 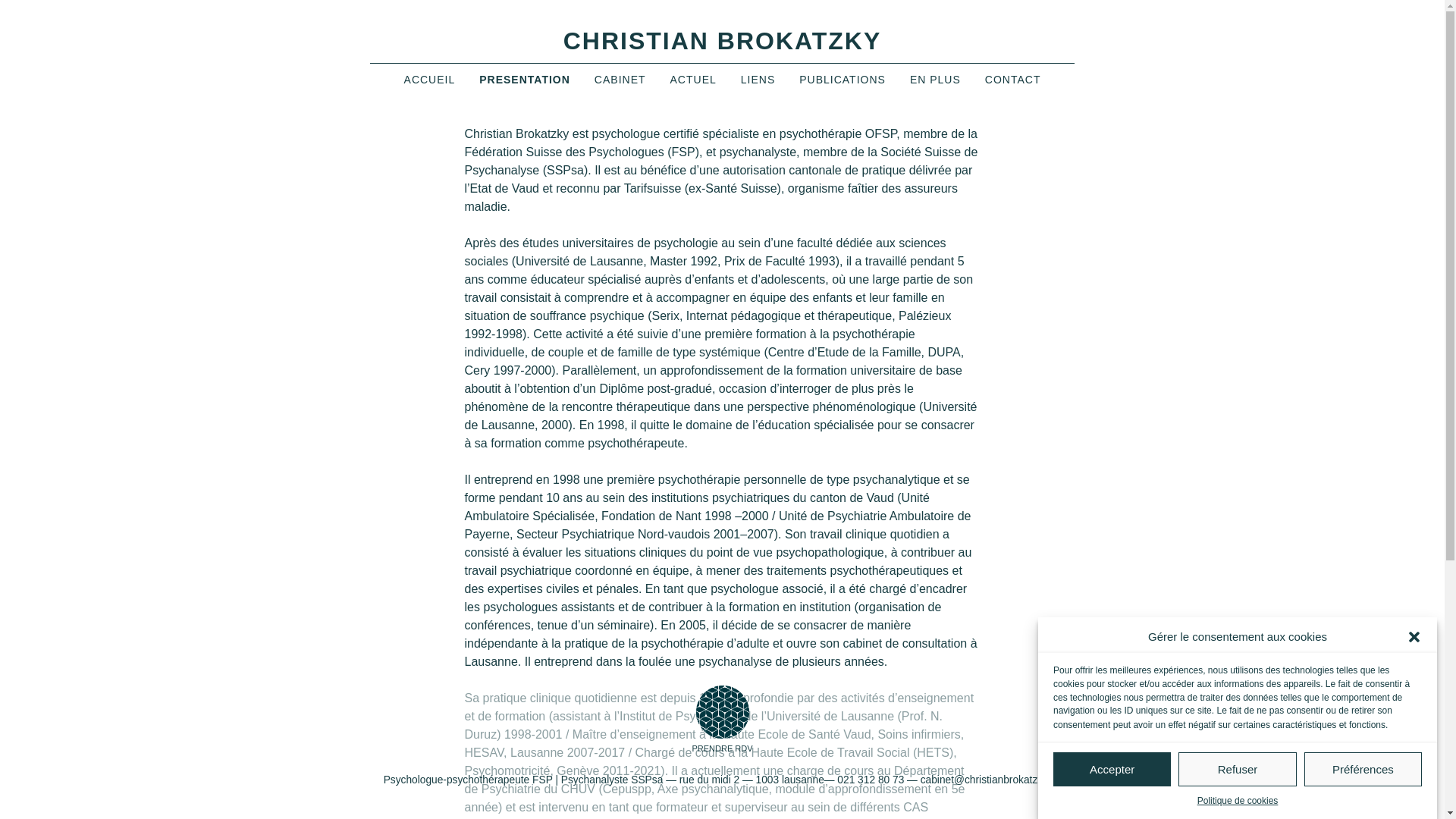 What do you see at coordinates (1197, 800) in the screenshot?
I see `'Politique de cookies'` at bounding box center [1197, 800].